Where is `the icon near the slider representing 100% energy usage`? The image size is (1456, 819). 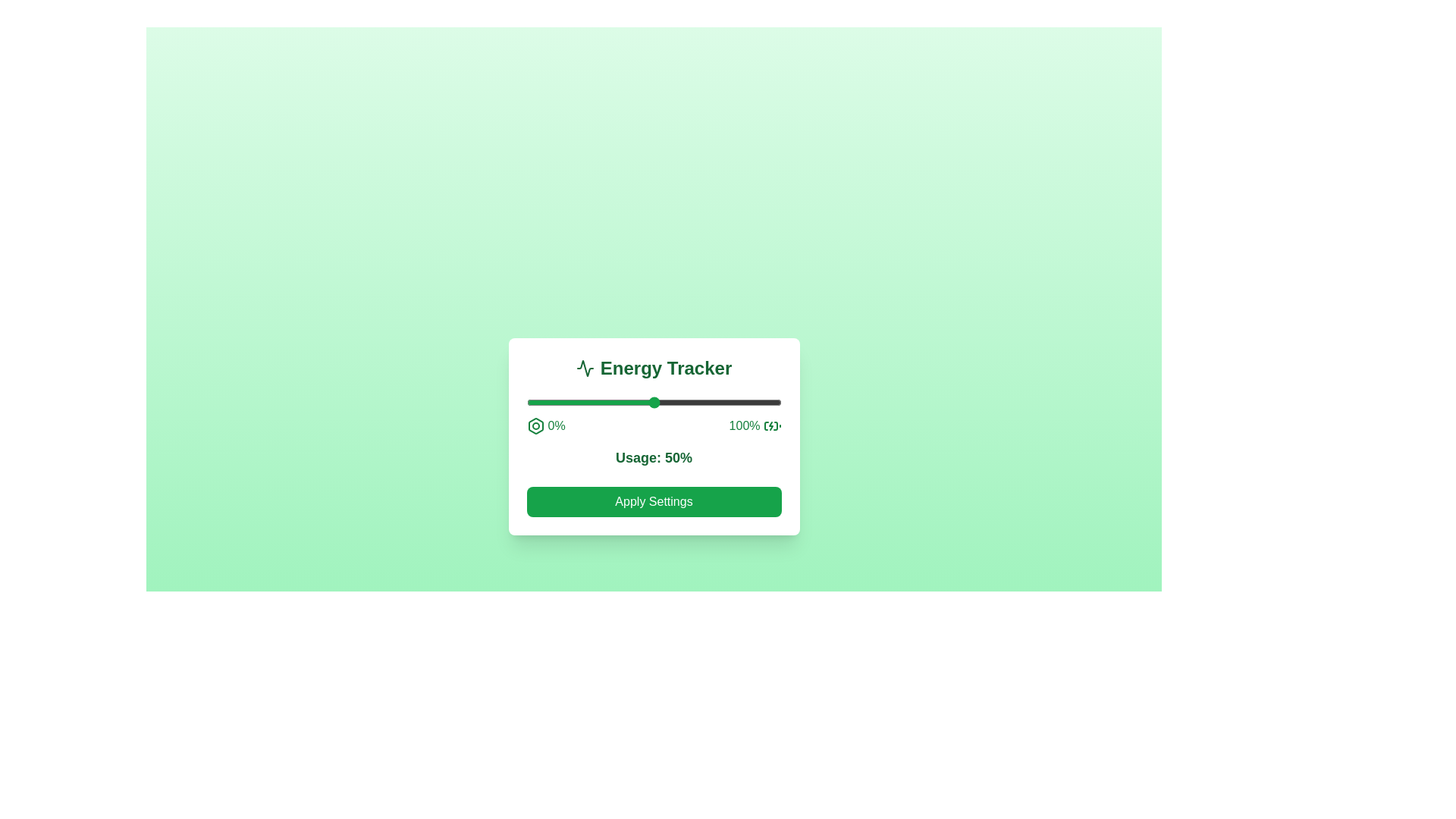
the icon near the slider representing 100% energy usage is located at coordinates (772, 426).